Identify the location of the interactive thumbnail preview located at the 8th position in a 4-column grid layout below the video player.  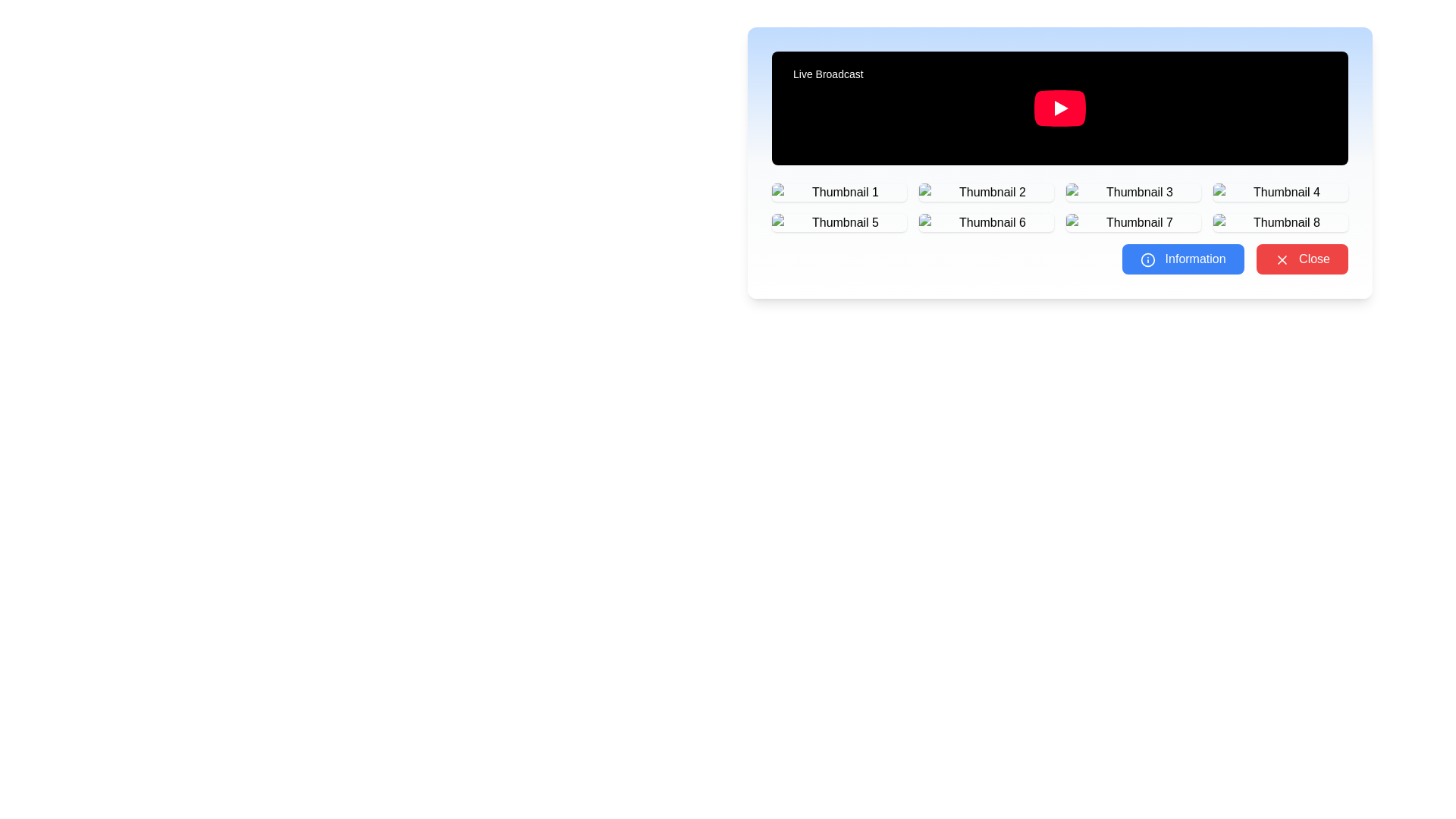
(1280, 222).